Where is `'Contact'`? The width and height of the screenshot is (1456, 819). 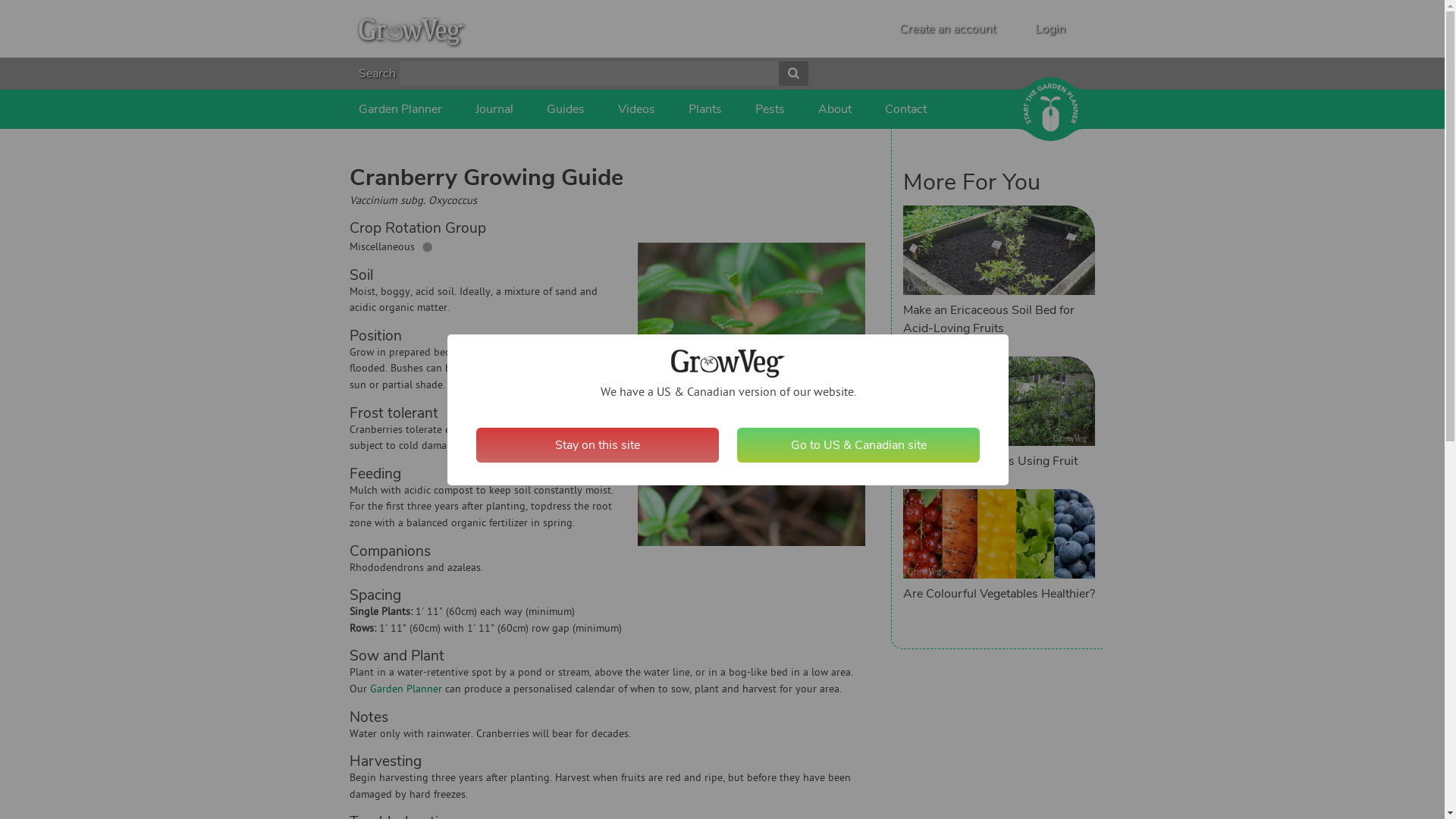 'Contact' is located at coordinates (884, 108).